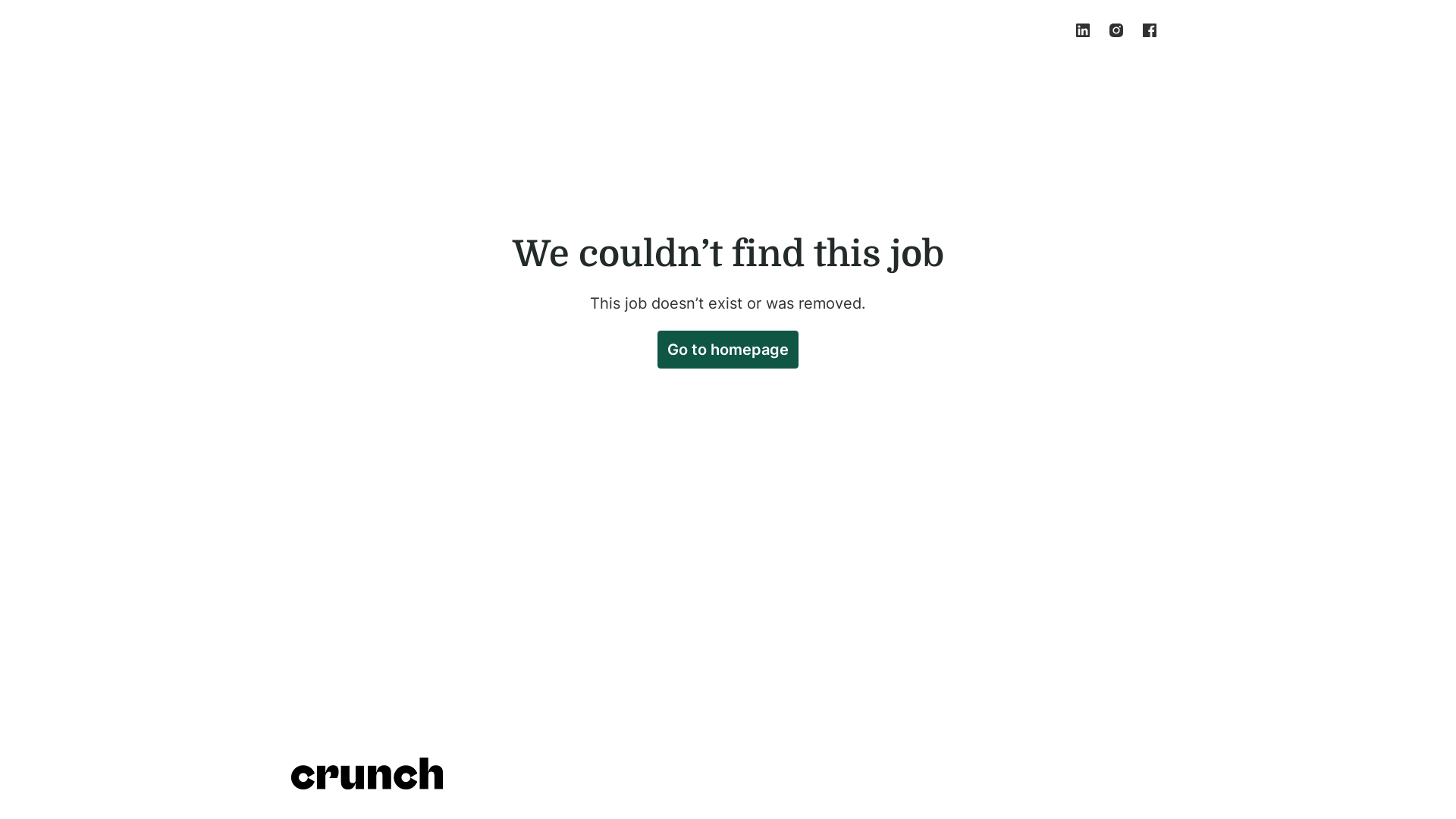 The image size is (1456, 819). What do you see at coordinates (728, 350) in the screenshot?
I see `'Go to homepage'` at bounding box center [728, 350].